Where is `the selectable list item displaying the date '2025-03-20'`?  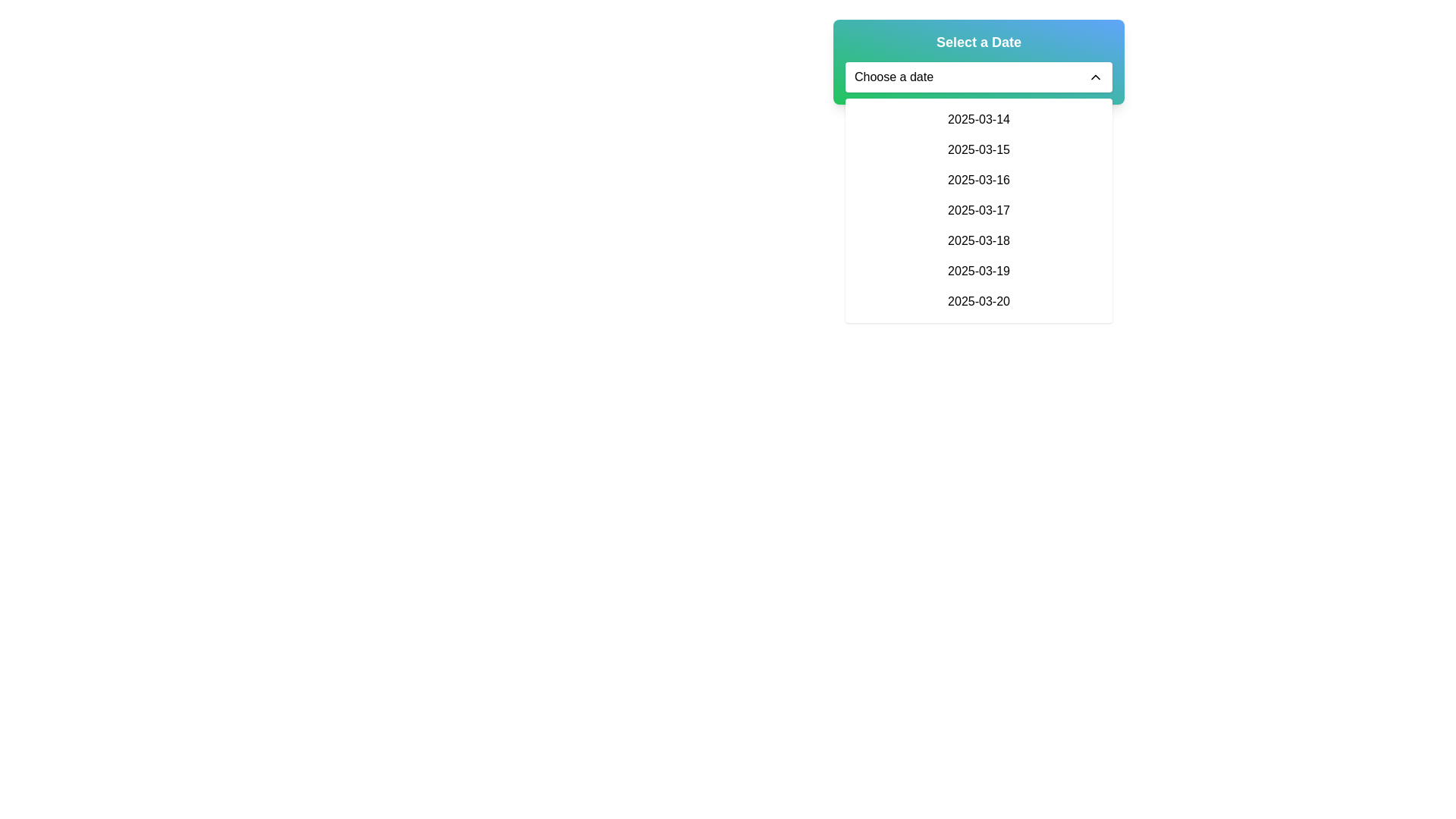 the selectable list item displaying the date '2025-03-20' is located at coordinates (979, 301).